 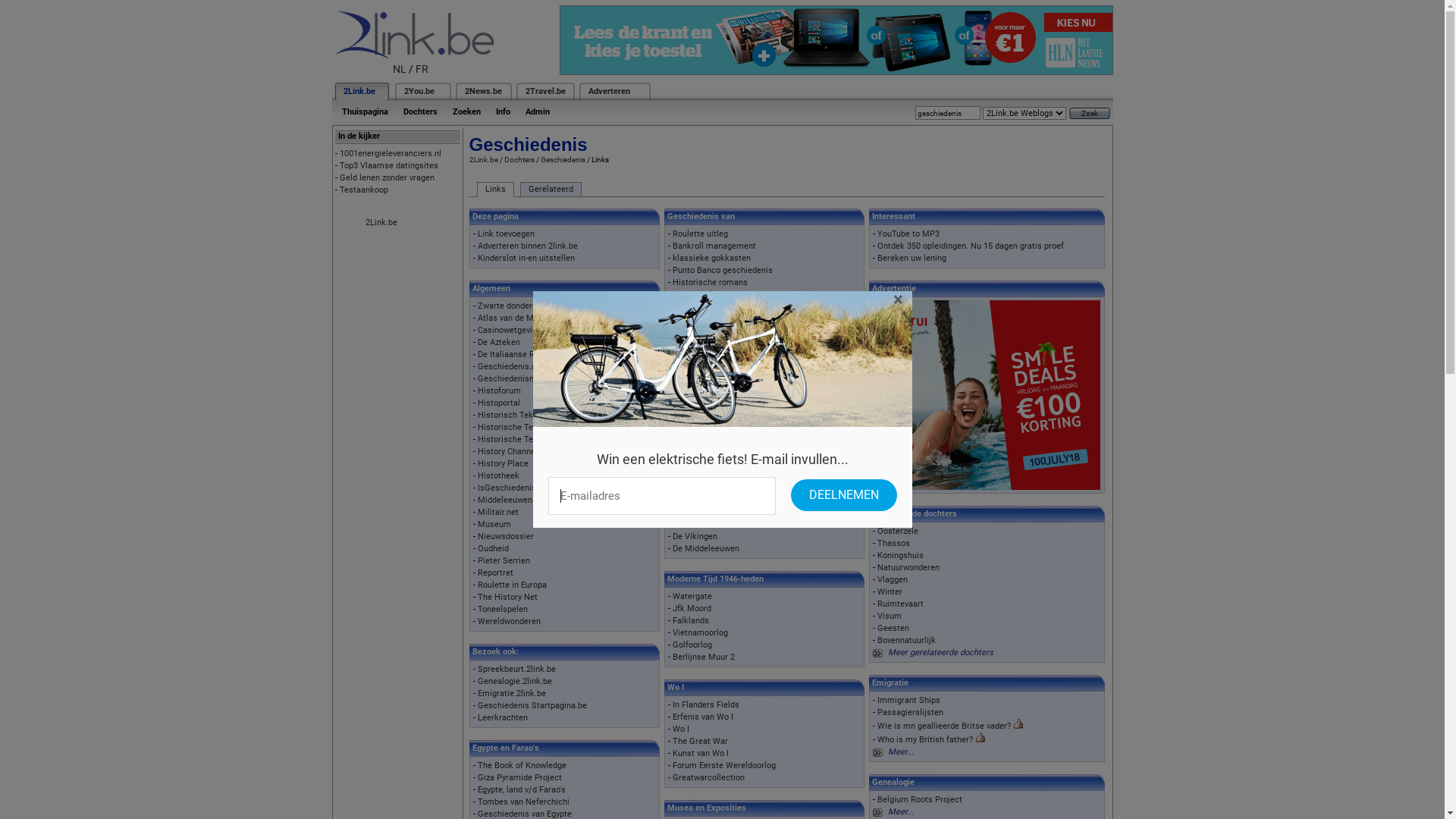 I want to click on 'Roulette in Europa', so click(x=512, y=584).